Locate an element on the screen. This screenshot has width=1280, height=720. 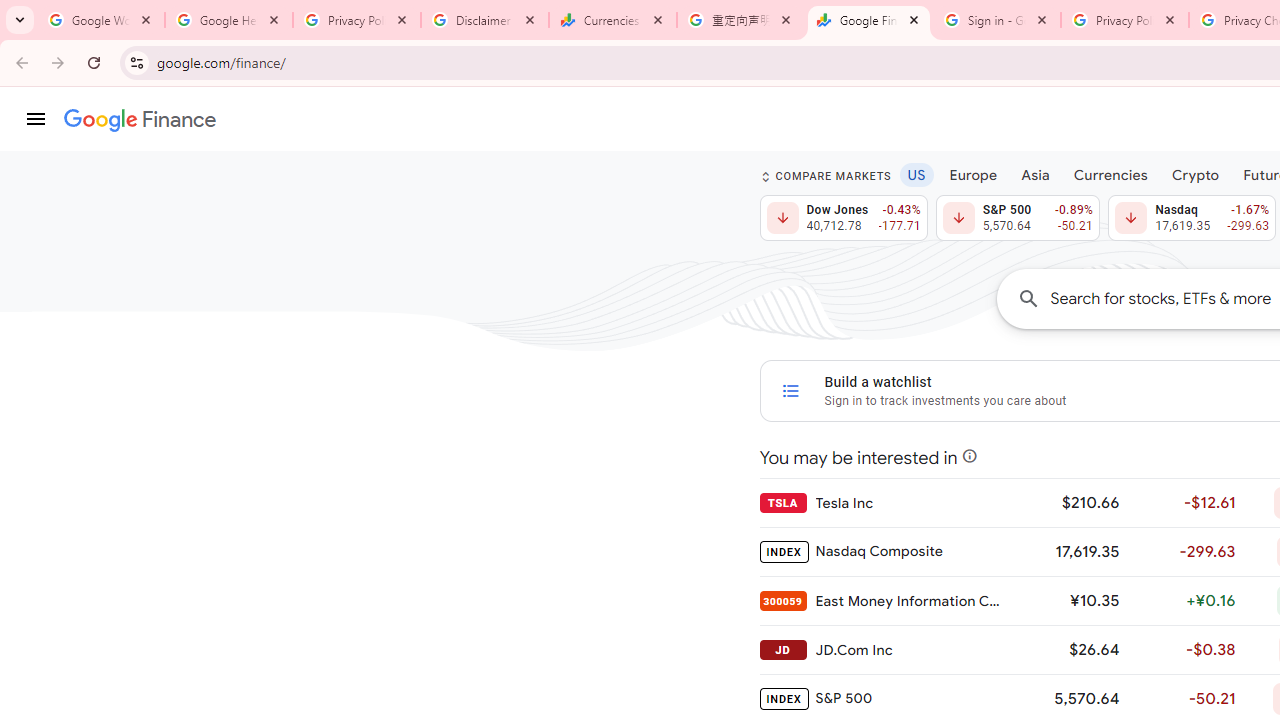
'S&P 500 5,570.64 Down by 0.89% -50.21' is located at coordinates (1017, 218).